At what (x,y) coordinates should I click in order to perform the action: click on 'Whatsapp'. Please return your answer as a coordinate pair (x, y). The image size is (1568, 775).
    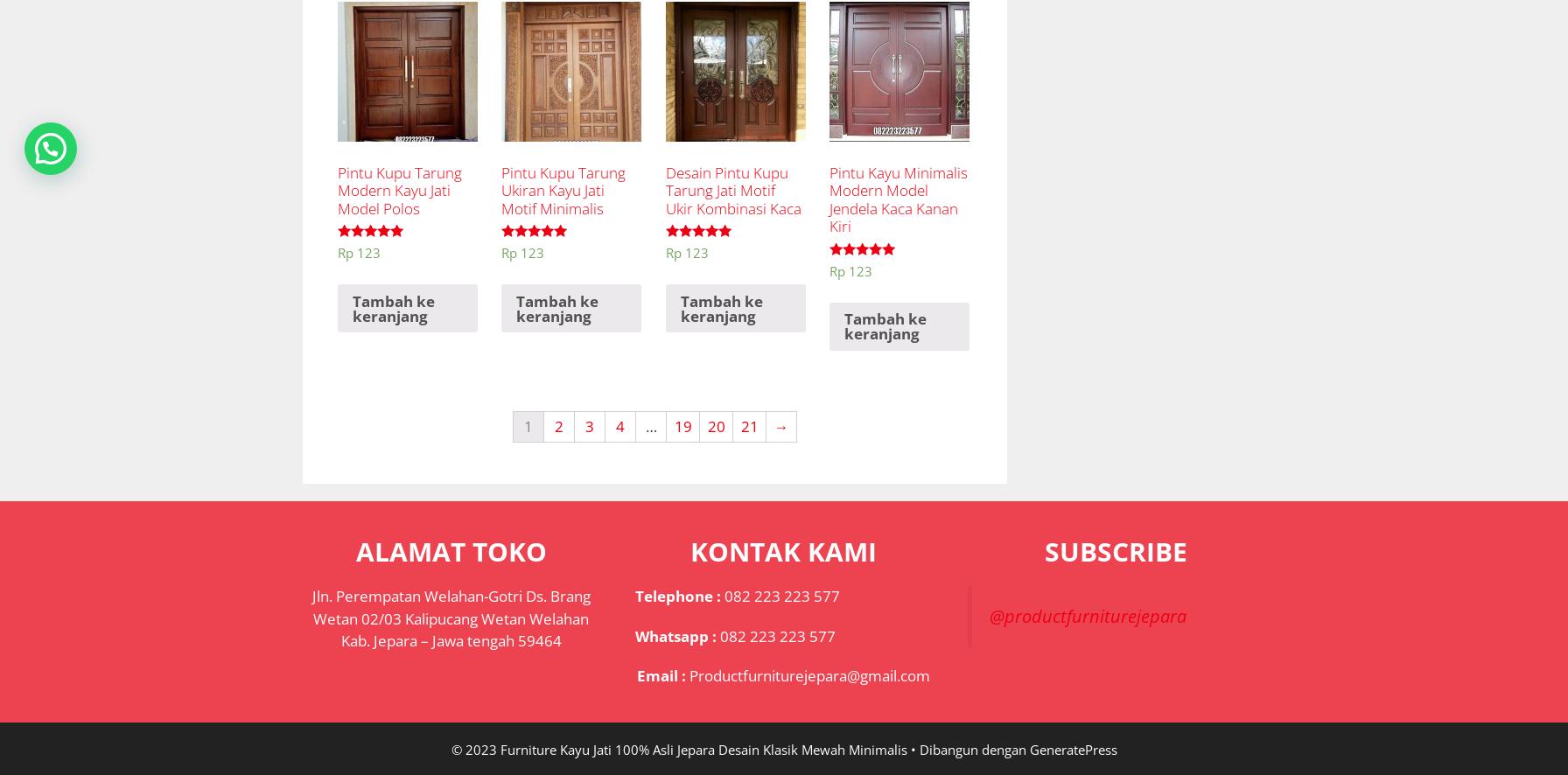
    Looking at the image, I should click on (670, 635).